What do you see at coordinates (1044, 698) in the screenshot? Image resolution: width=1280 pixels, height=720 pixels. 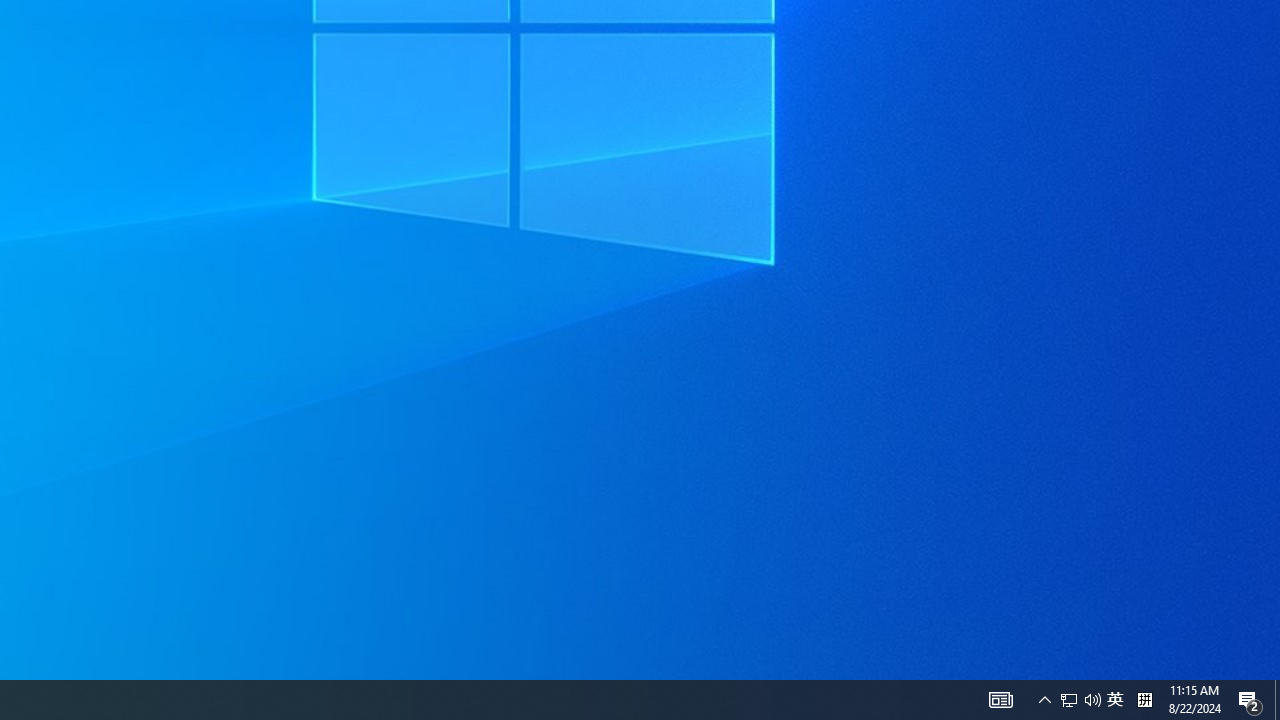 I see `'Notification Chevron'` at bounding box center [1044, 698].